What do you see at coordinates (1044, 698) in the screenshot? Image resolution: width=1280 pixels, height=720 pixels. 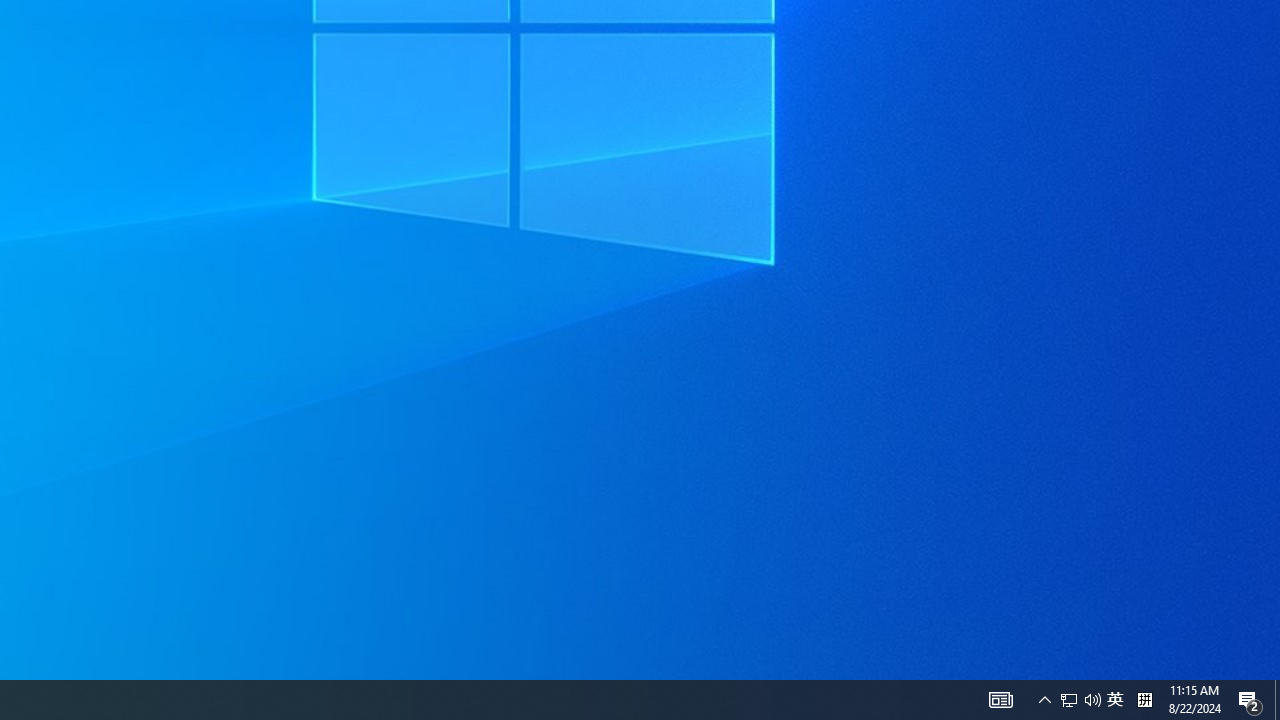 I see `'Notification Chevron'` at bounding box center [1044, 698].